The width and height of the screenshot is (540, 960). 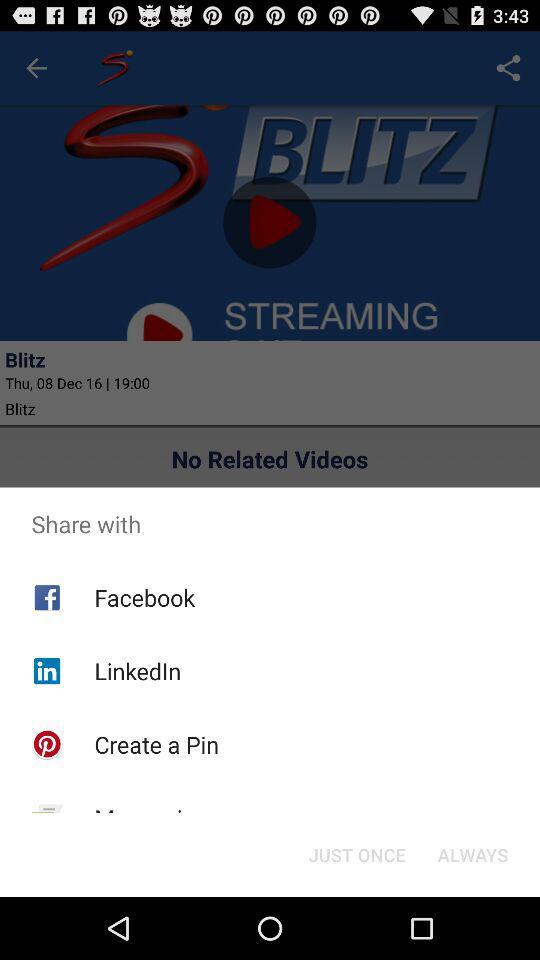 I want to click on create a pin, so click(x=155, y=743).